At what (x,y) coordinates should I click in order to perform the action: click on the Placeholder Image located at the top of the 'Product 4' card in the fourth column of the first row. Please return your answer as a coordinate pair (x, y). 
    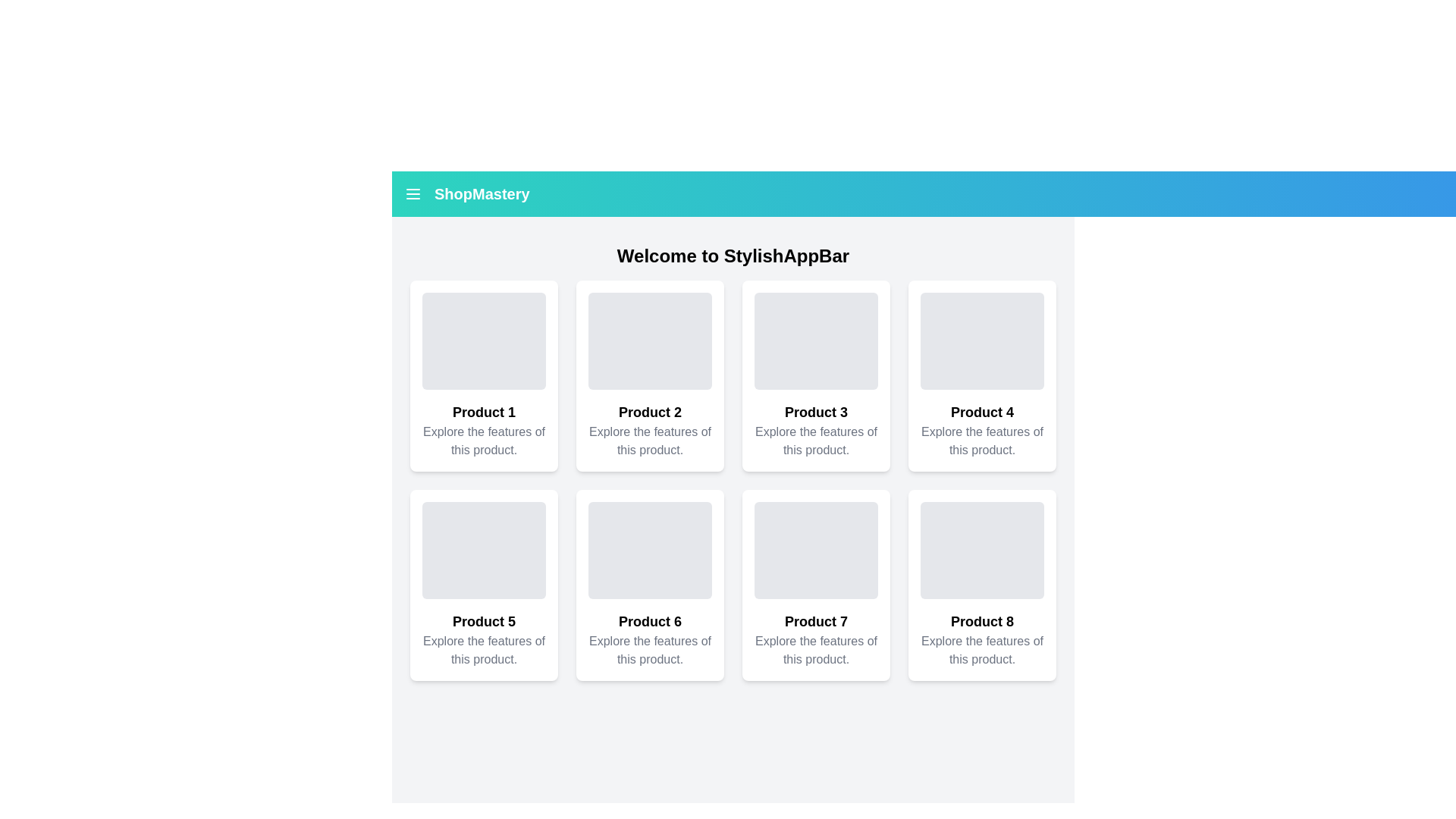
    Looking at the image, I should click on (982, 341).